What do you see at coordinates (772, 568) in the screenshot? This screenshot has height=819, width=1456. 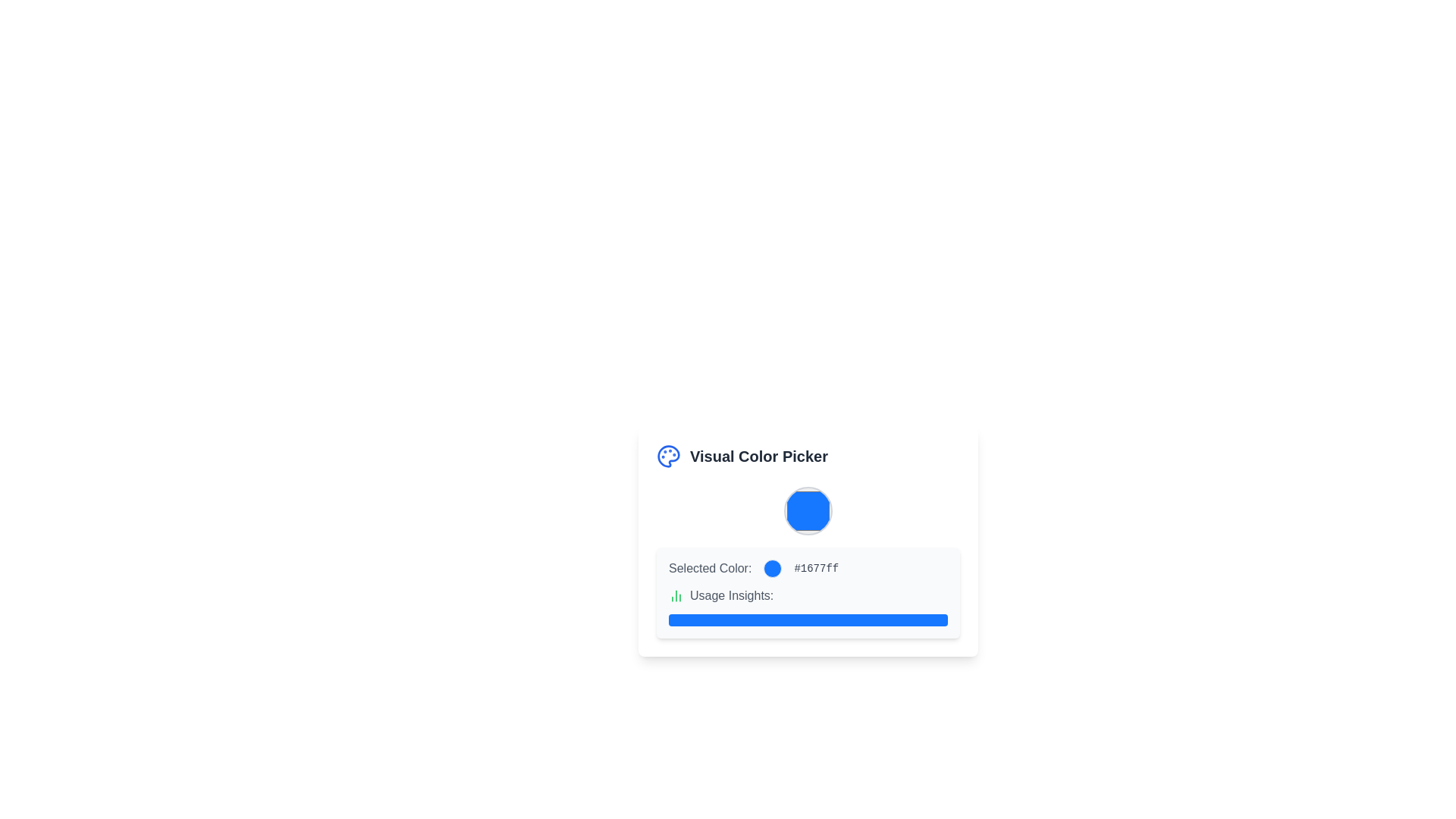 I see `the Color preview indicator which shows the currently selected color, positioned between the 'Selected Color:' text and the color hex code '#1677ff'` at bounding box center [772, 568].